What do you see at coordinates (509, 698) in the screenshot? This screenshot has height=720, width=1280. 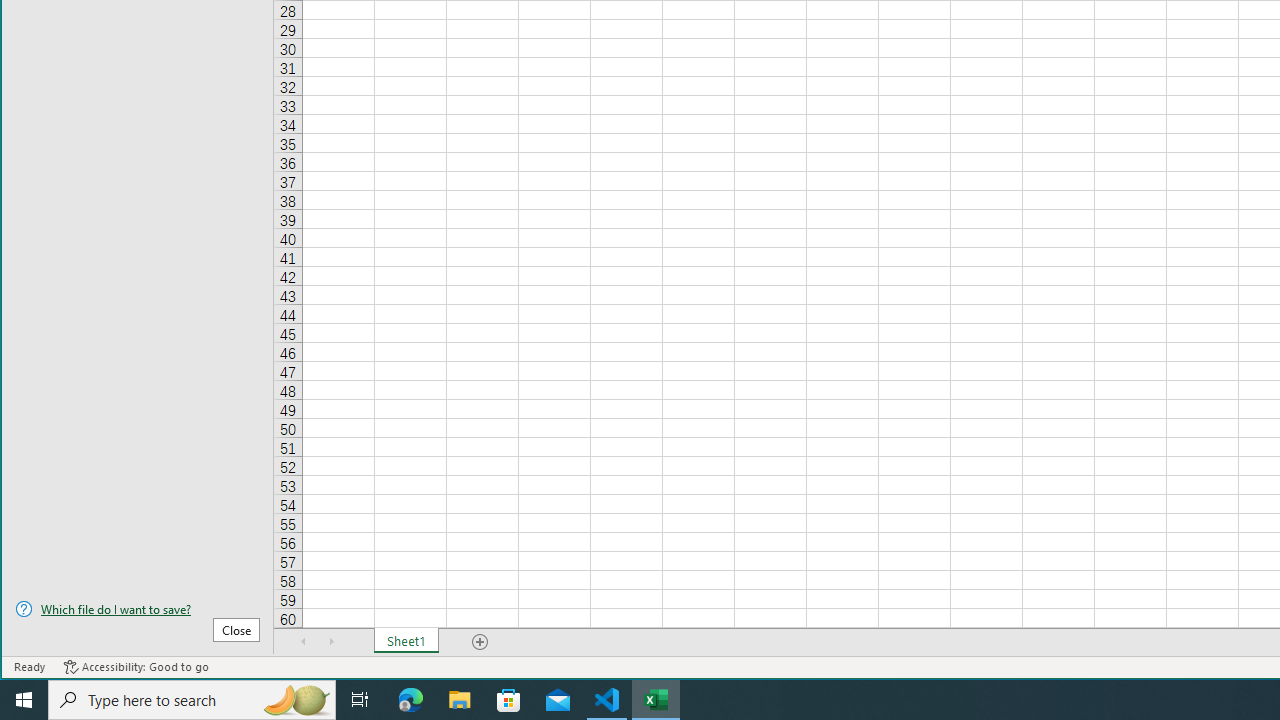 I see `'Microsoft Store'` at bounding box center [509, 698].